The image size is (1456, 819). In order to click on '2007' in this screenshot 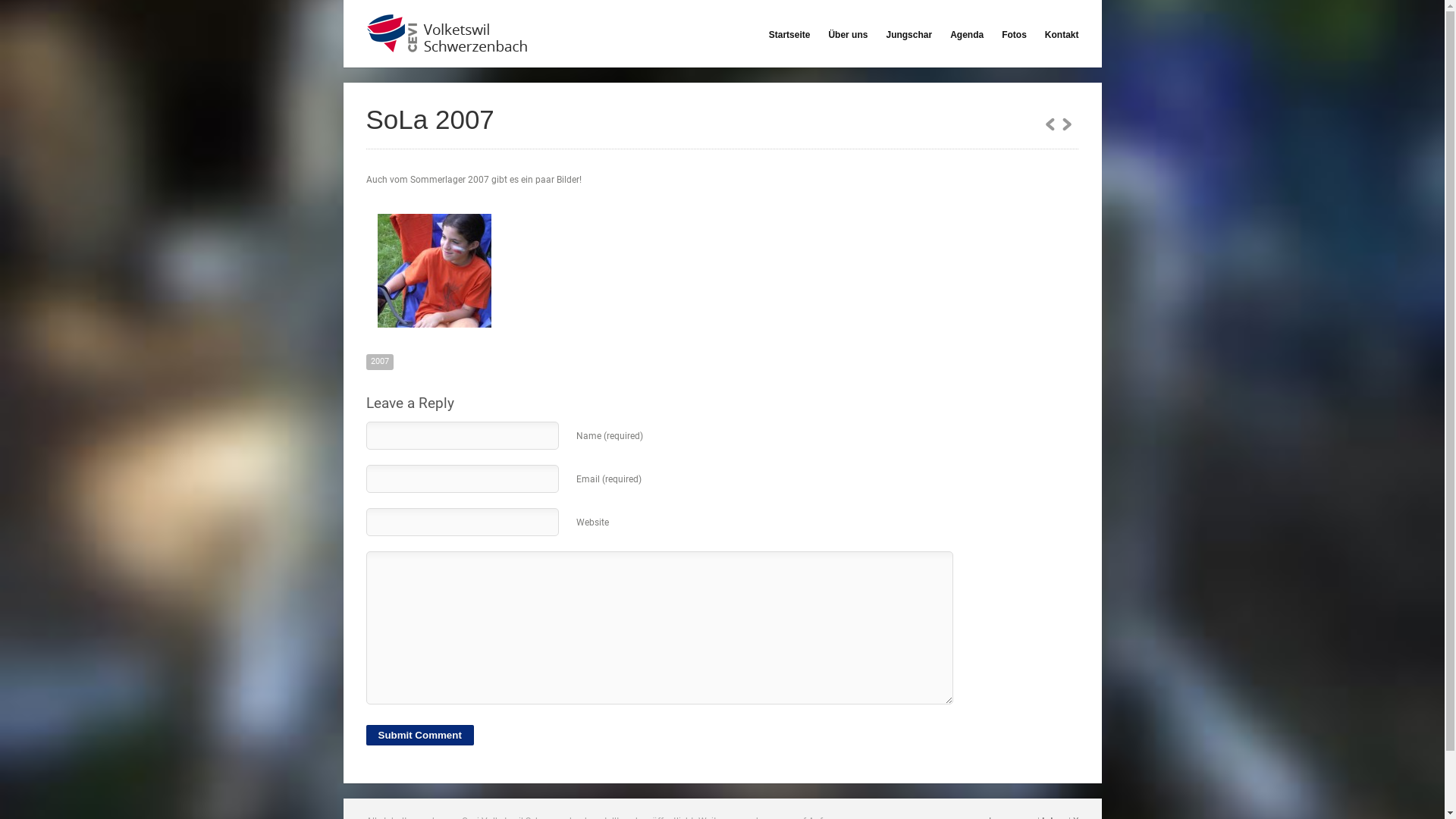, I will do `click(378, 362)`.